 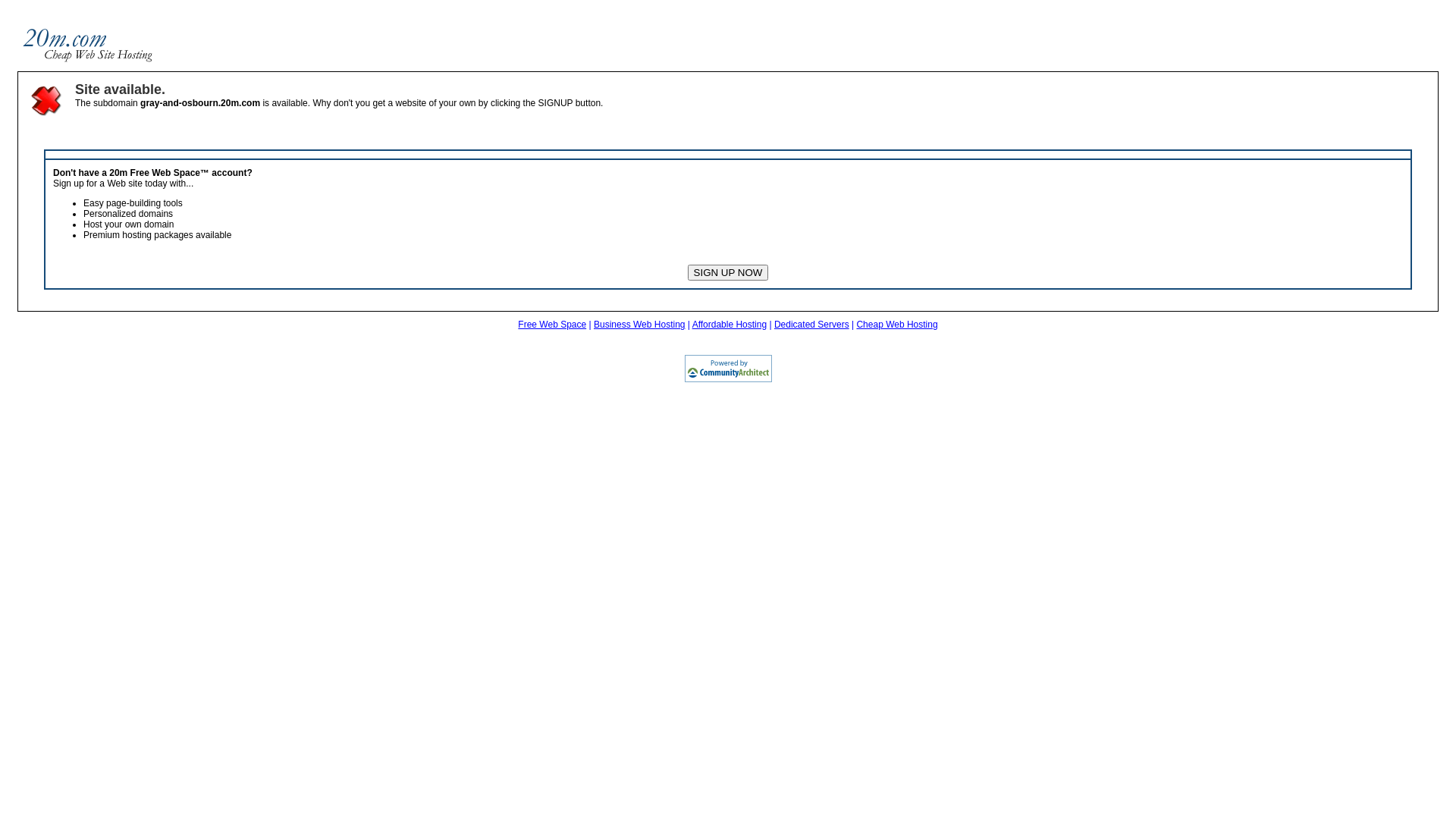 I want to click on 'Cheap Web Hosting', so click(x=896, y=324).